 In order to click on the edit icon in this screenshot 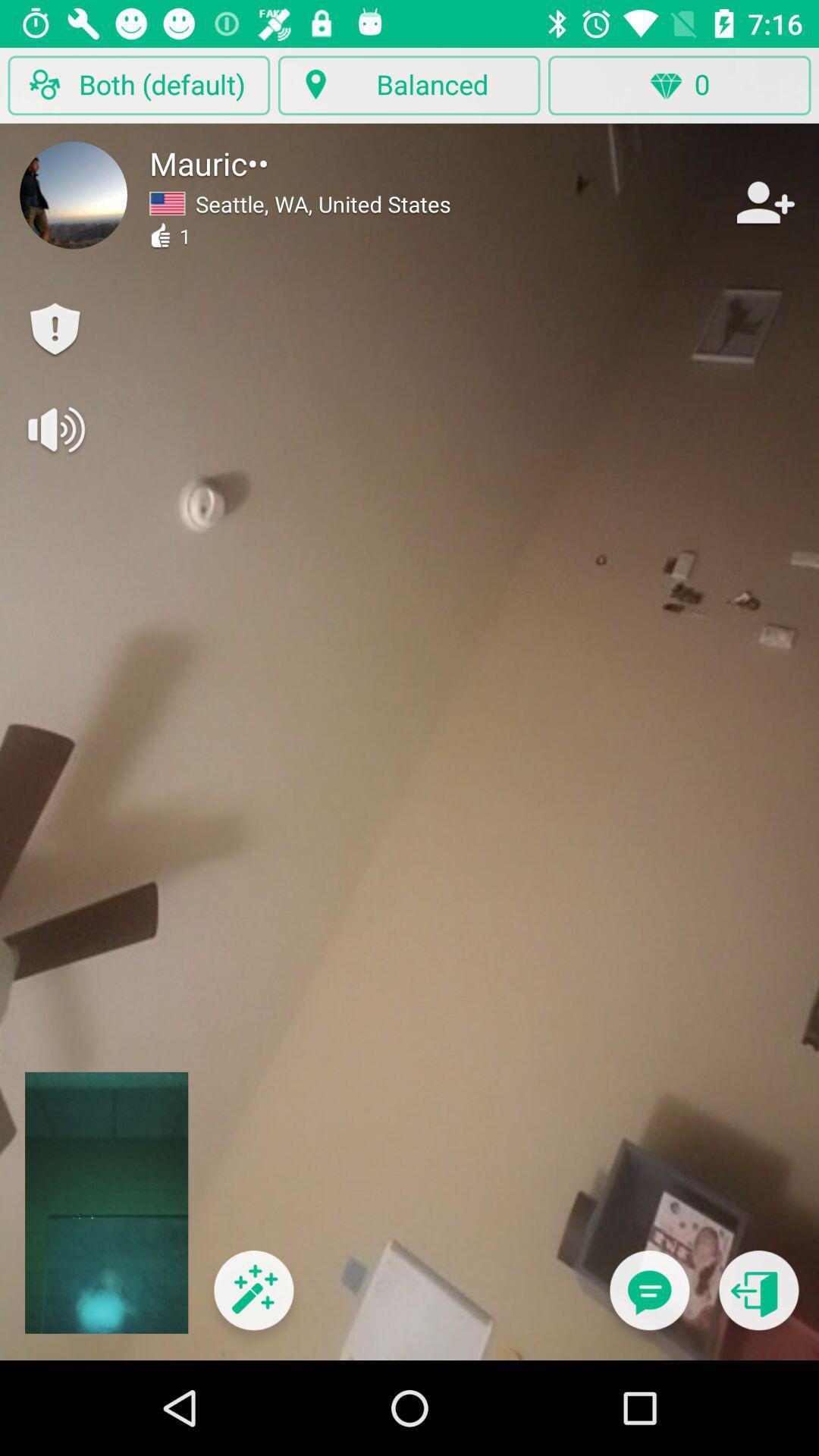, I will do `click(253, 1299)`.